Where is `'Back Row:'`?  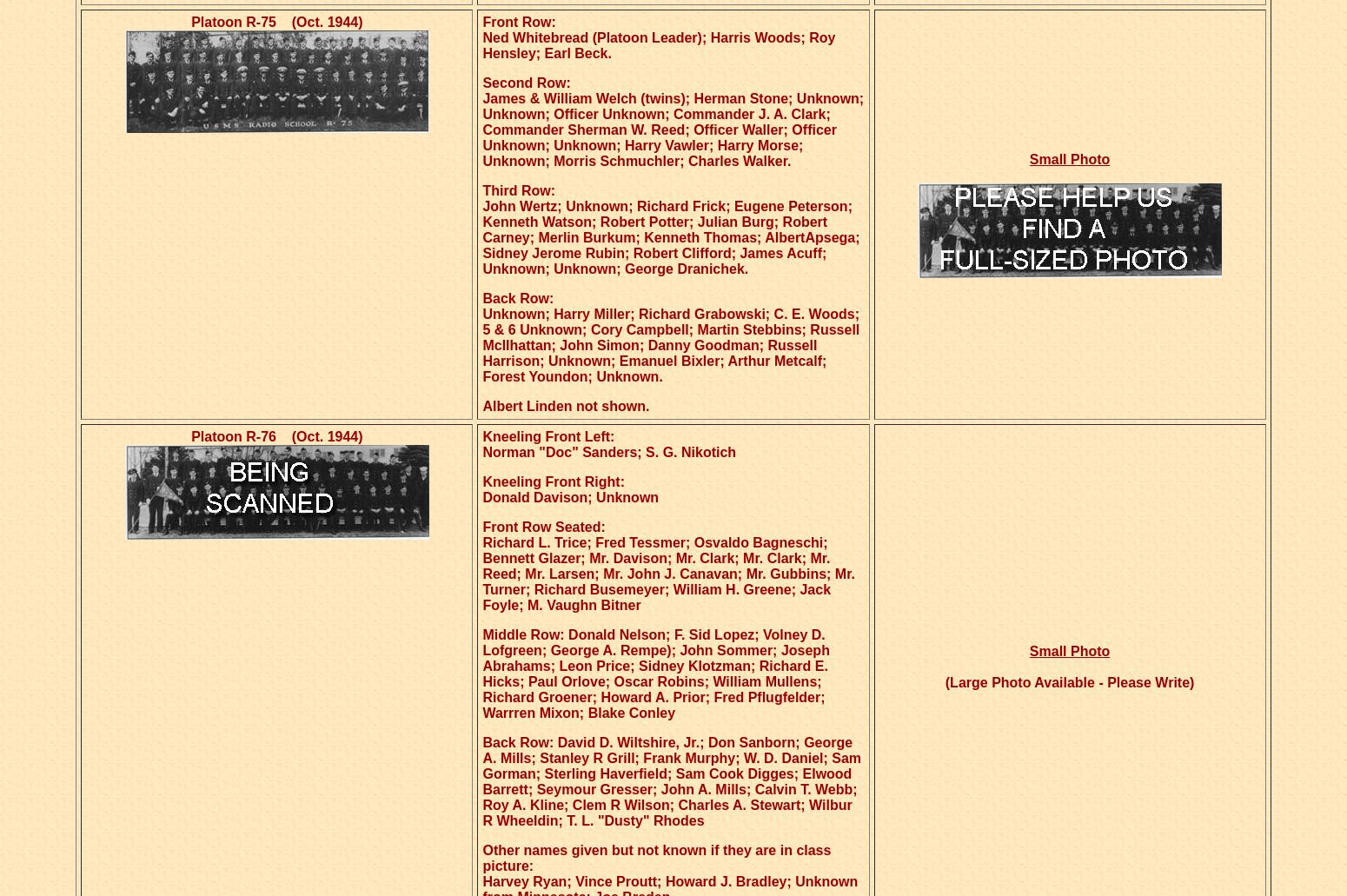
'Back Row:' is located at coordinates (517, 297).